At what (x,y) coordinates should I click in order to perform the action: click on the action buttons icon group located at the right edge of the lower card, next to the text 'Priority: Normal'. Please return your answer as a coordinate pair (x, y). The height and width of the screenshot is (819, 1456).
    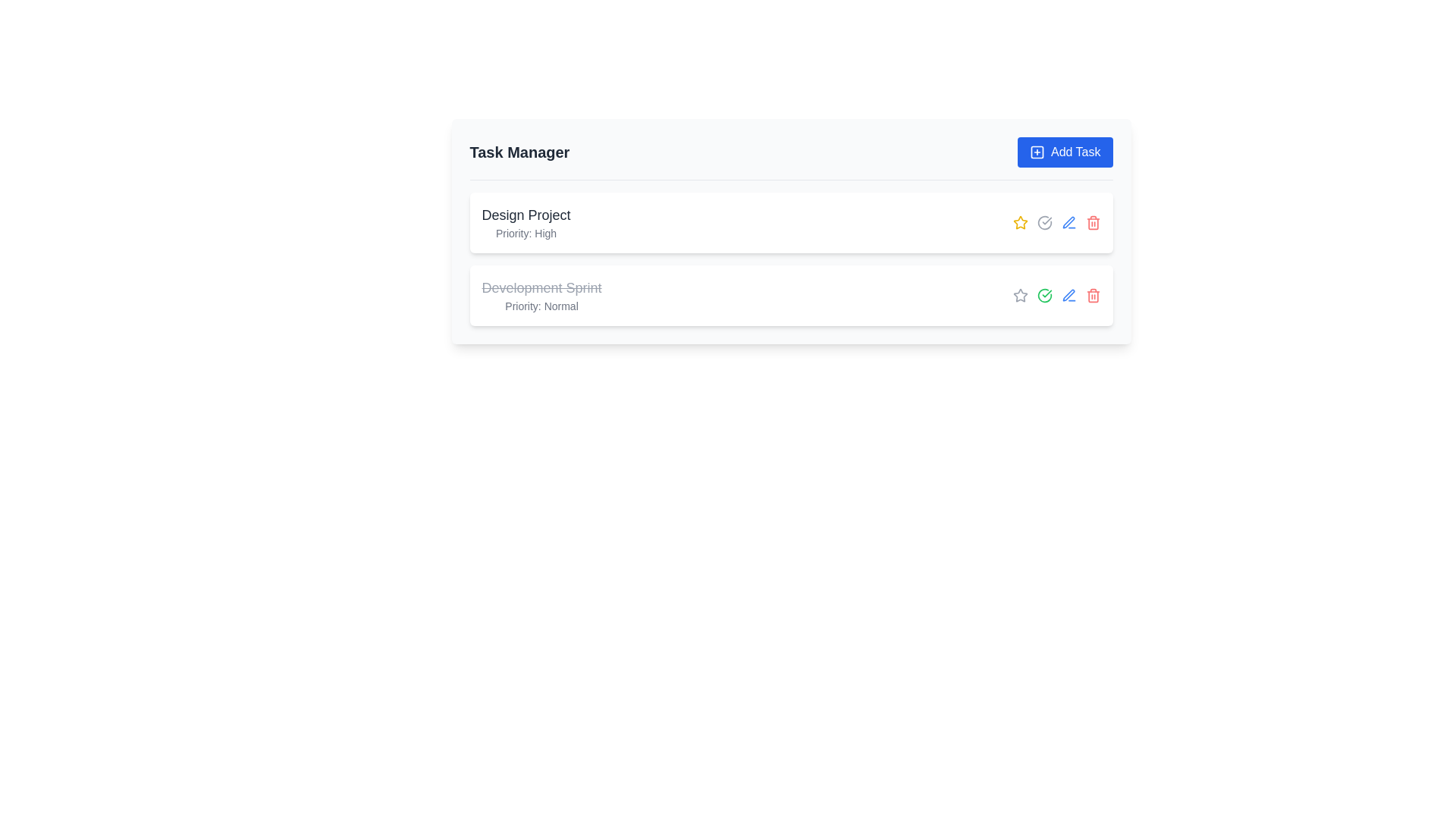
    Looking at the image, I should click on (1056, 295).